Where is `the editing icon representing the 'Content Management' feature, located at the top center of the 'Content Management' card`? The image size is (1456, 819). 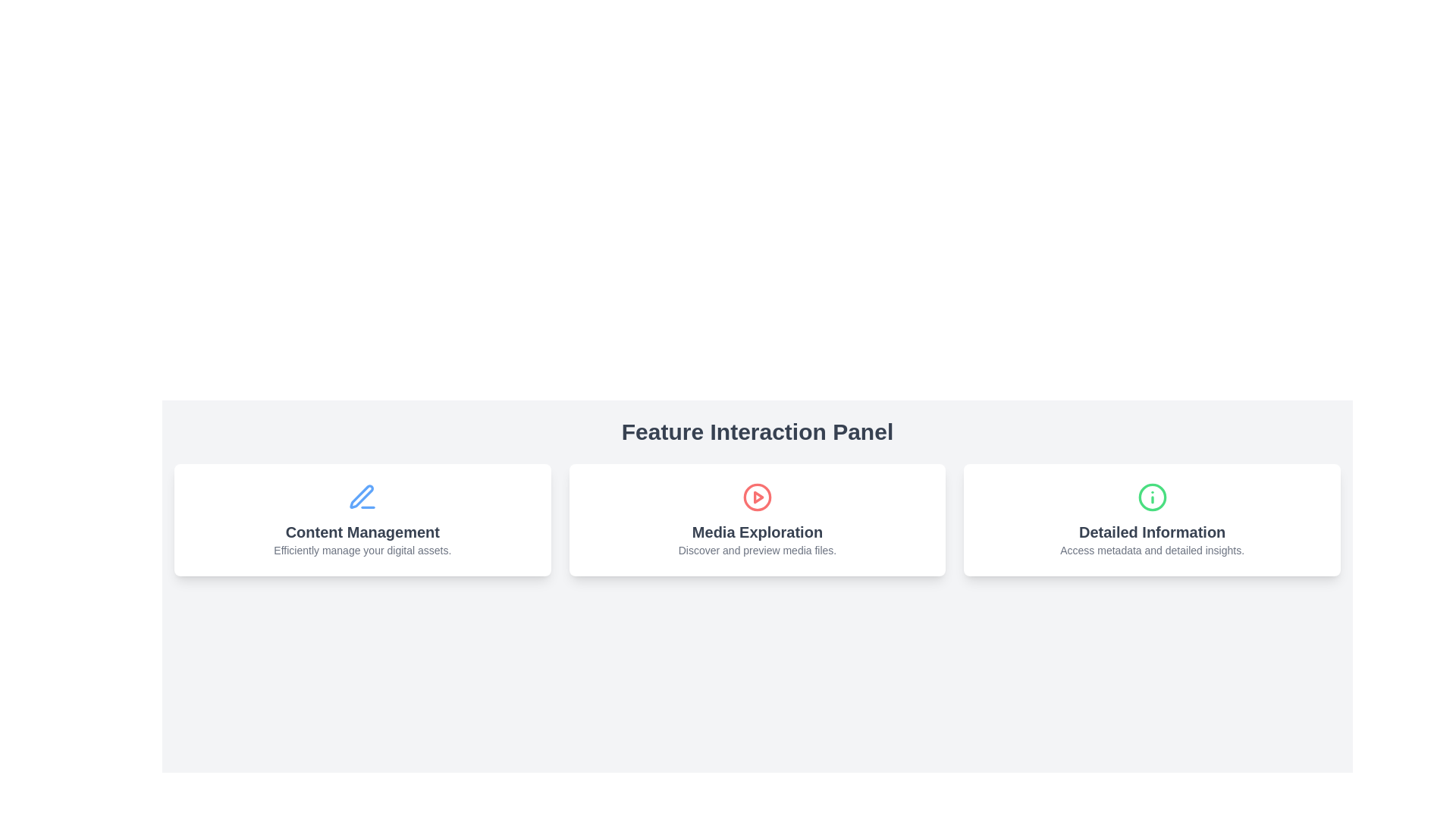
the editing icon representing the 'Content Management' feature, located at the top center of the 'Content Management' card is located at coordinates (362, 497).